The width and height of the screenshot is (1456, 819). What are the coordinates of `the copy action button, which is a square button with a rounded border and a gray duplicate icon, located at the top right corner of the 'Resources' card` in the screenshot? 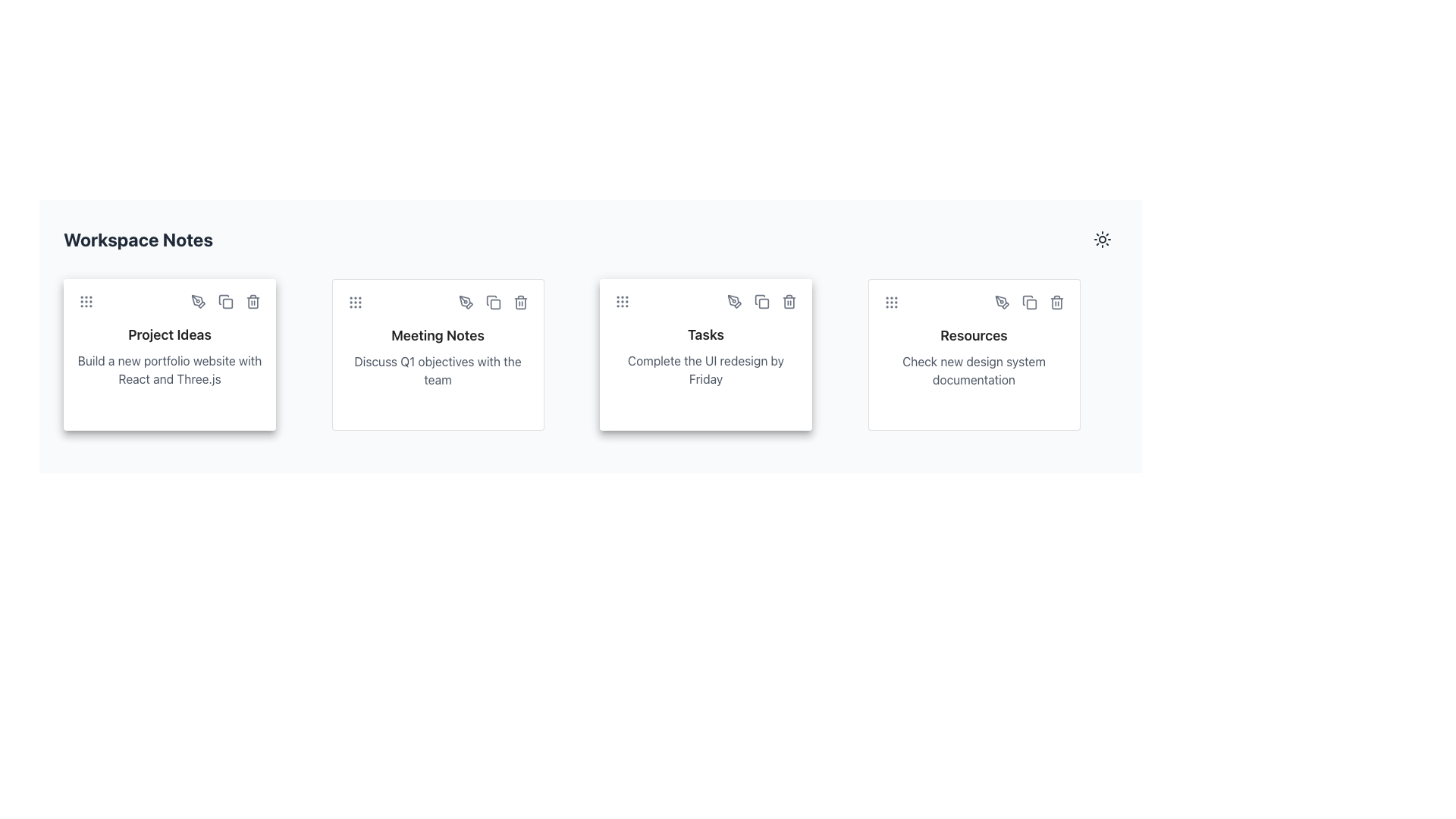 It's located at (1029, 302).